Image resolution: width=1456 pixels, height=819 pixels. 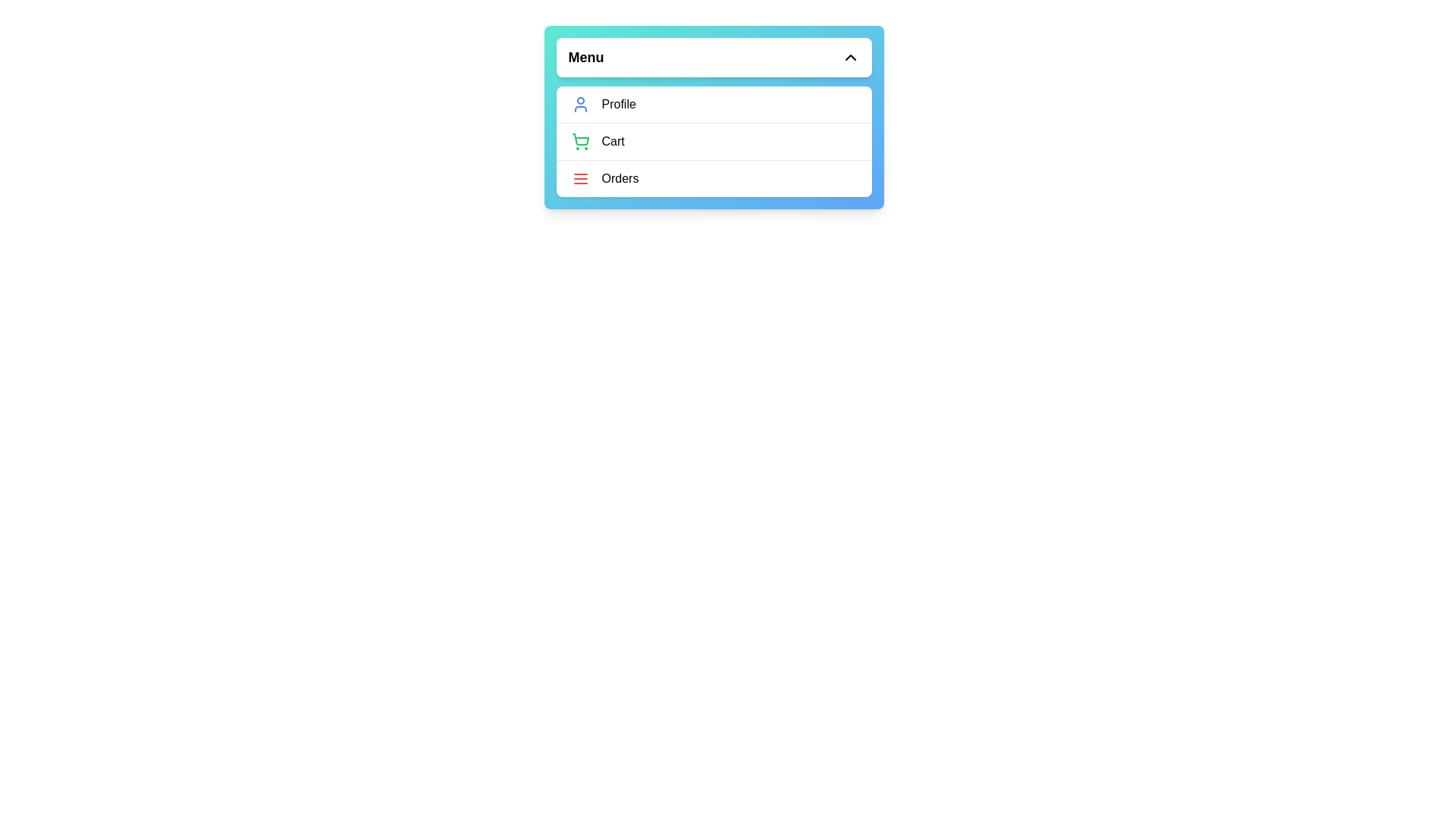 I want to click on the menu toggle button to toggle the menu visibility, so click(x=713, y=57).